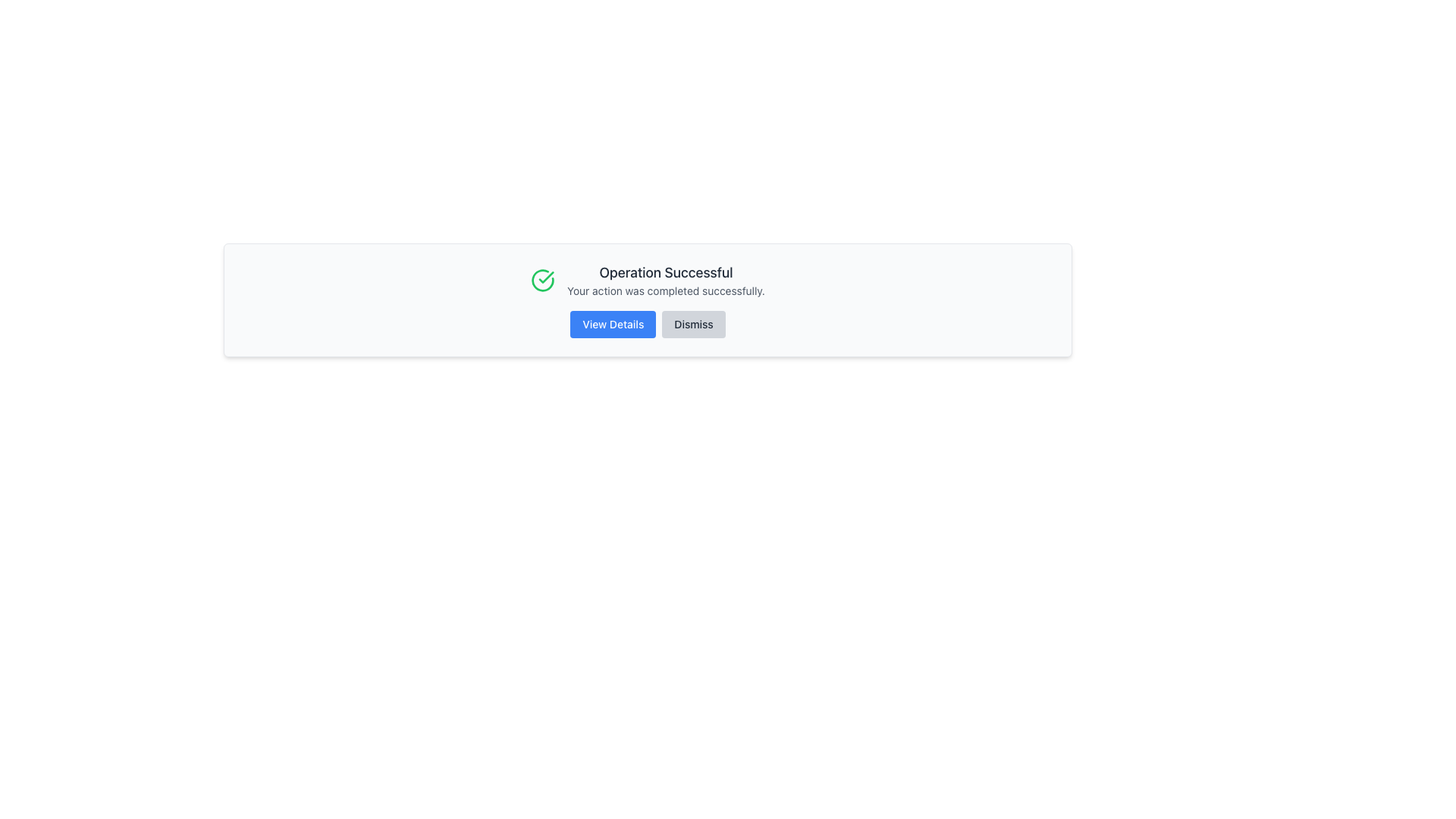 Image resolution: width=1456 pixels, height=819 pixels. What do you see at coordinates (546, 278) in the screenshot?
I see `the success message icon located near the left side of the success notification text to visually convey success or affirmation` at bounding box center [546, 278].